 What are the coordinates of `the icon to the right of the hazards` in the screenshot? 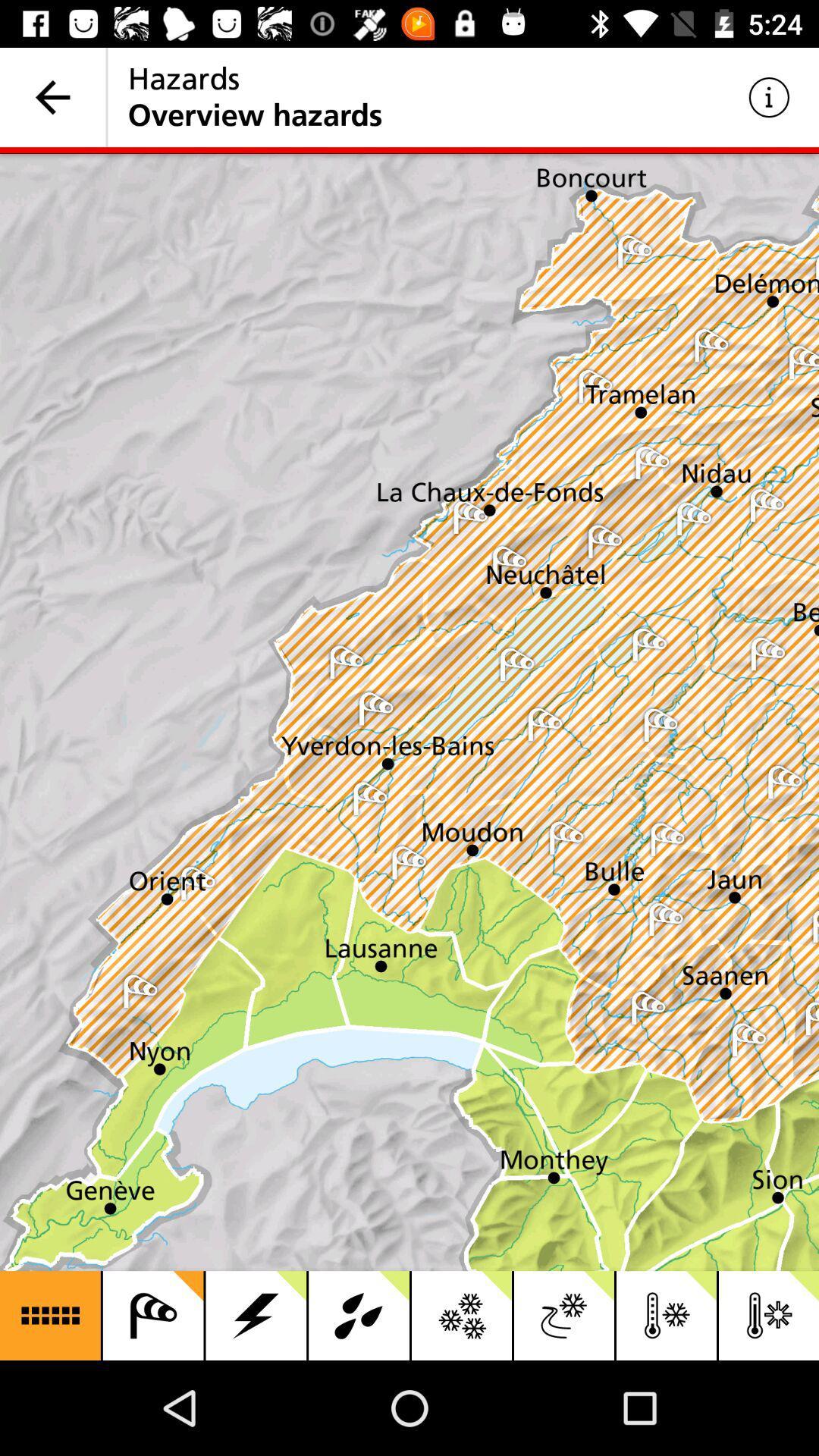 It's located at (769, 96).